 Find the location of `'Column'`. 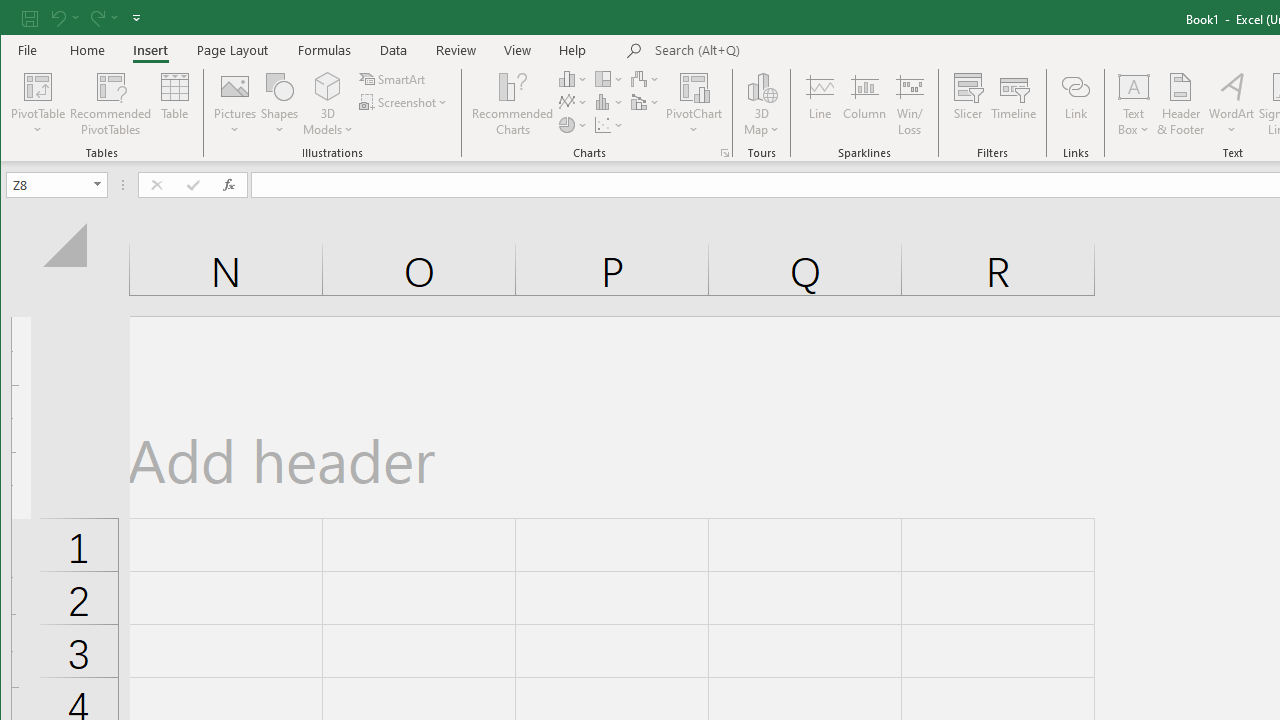

'Column' is located at coordinates (865, 104).